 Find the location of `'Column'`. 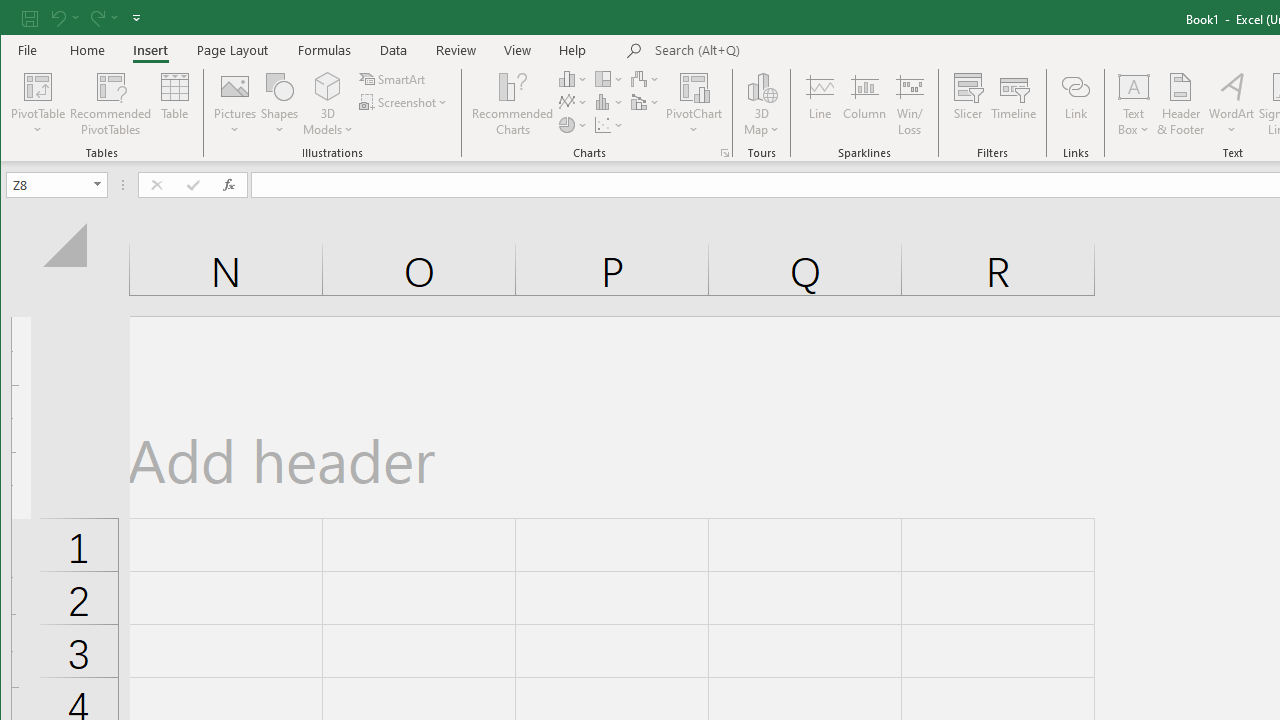

'Column' is located at coordinates (865, 104).